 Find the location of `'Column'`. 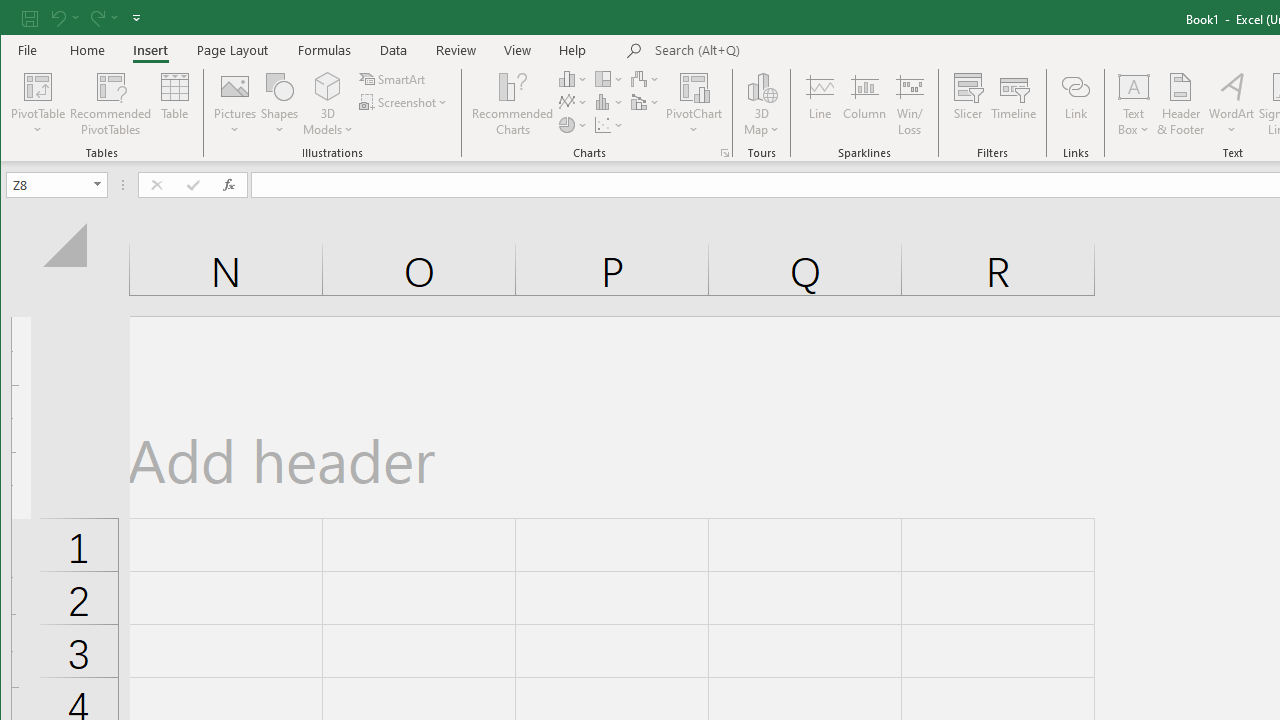

'Column' is located at coordinates (865, 104).